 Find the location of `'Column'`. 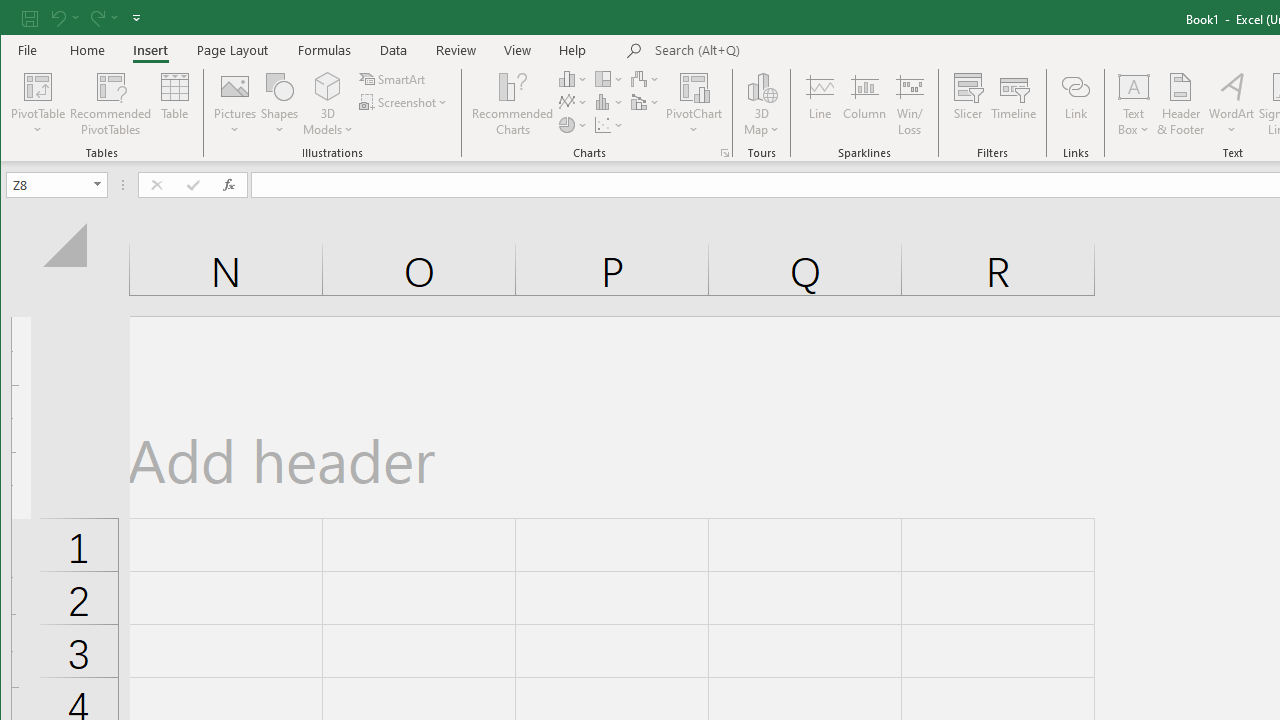

'Column' is located at coordinates (865, 104).